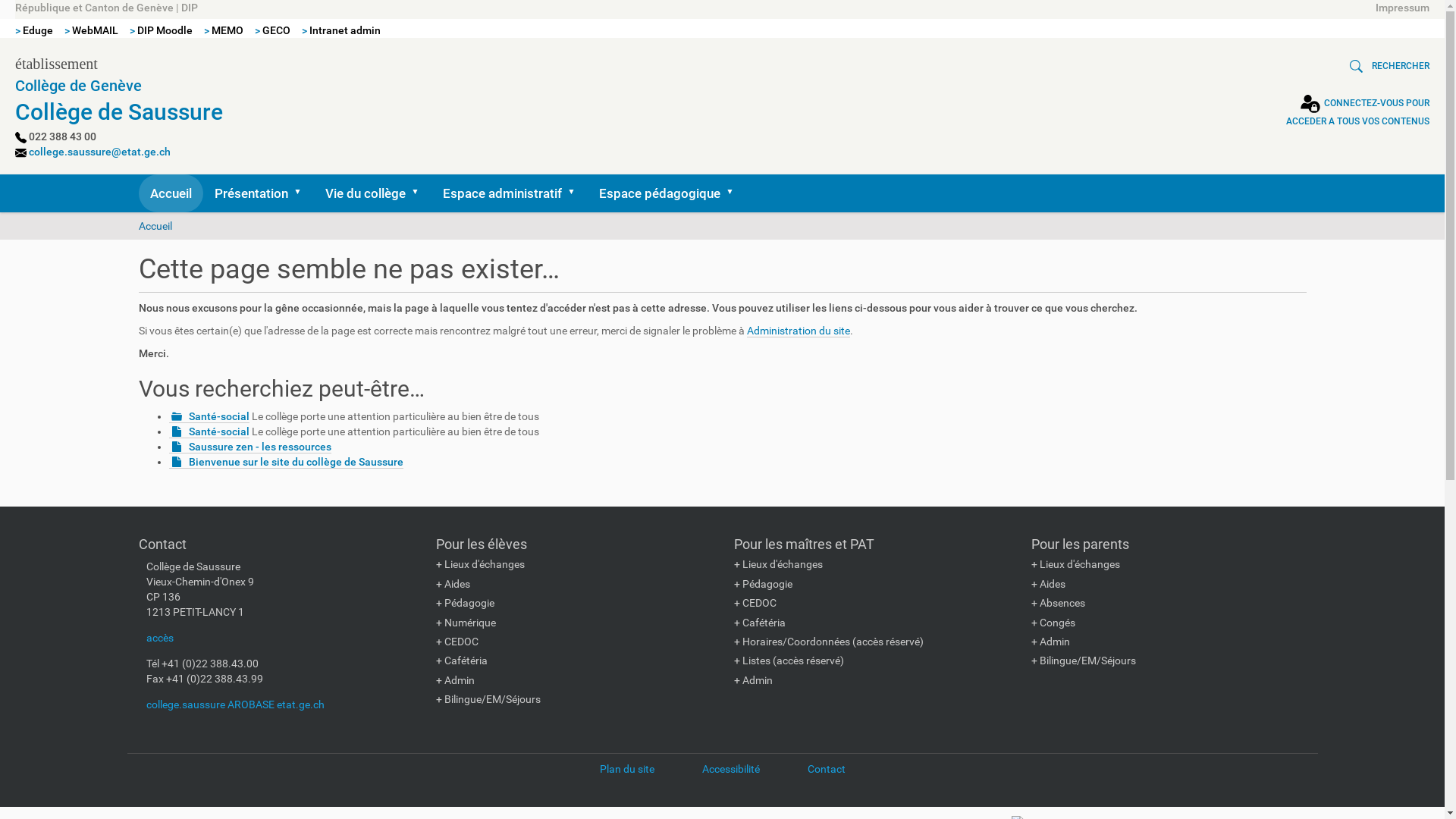 The height and width of the screenshot is (819, 1456). Describe the element at coordinates (234, 704) in the screenshot. I see `'college.saussure AROBASE etat.ge.ch'` at that location.